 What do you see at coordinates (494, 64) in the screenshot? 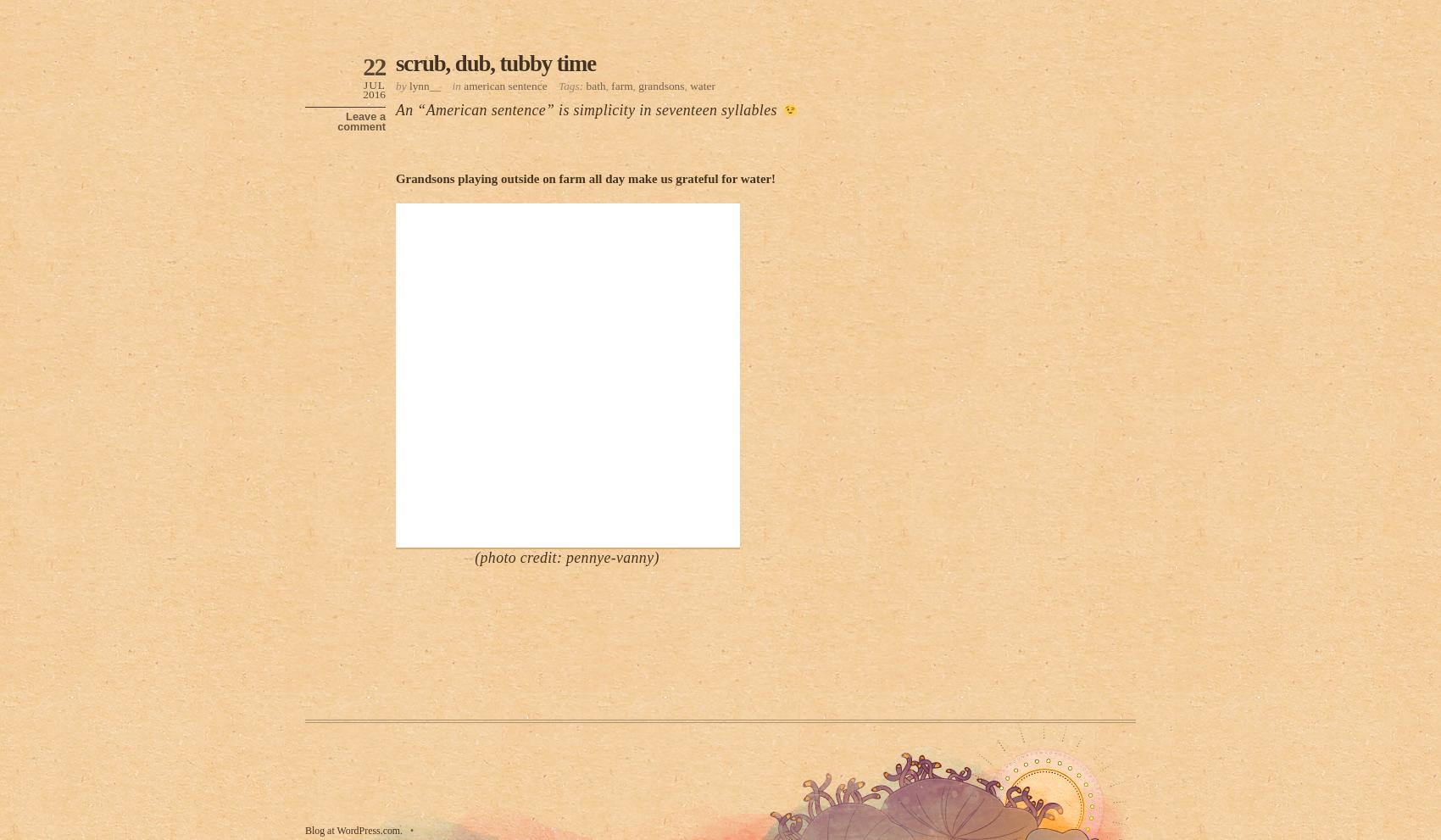
I see `'scrub, dub, tubby time'` at bounding box center [494, 64].